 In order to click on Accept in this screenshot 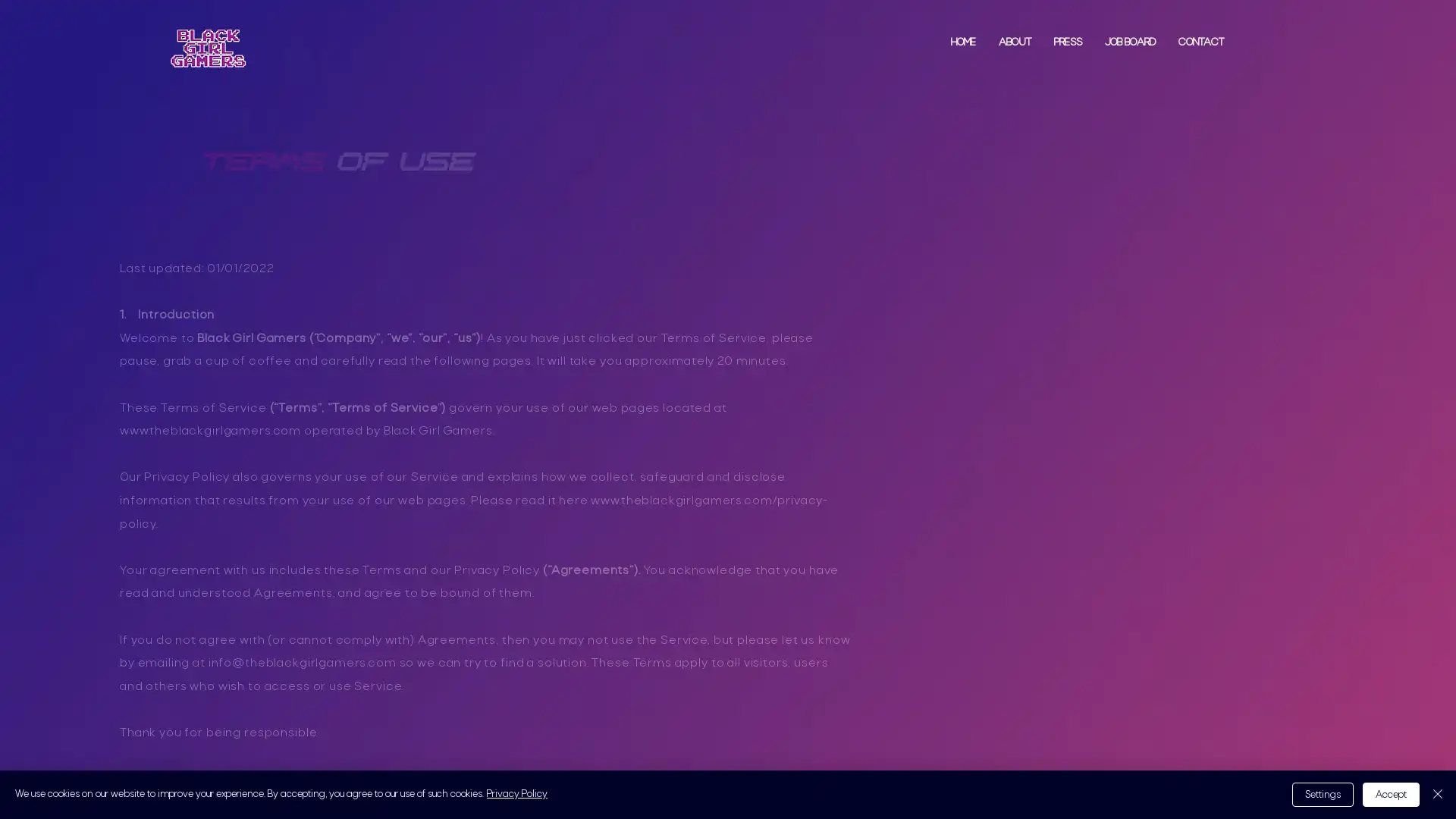, I will do `click(1391, 794)`.